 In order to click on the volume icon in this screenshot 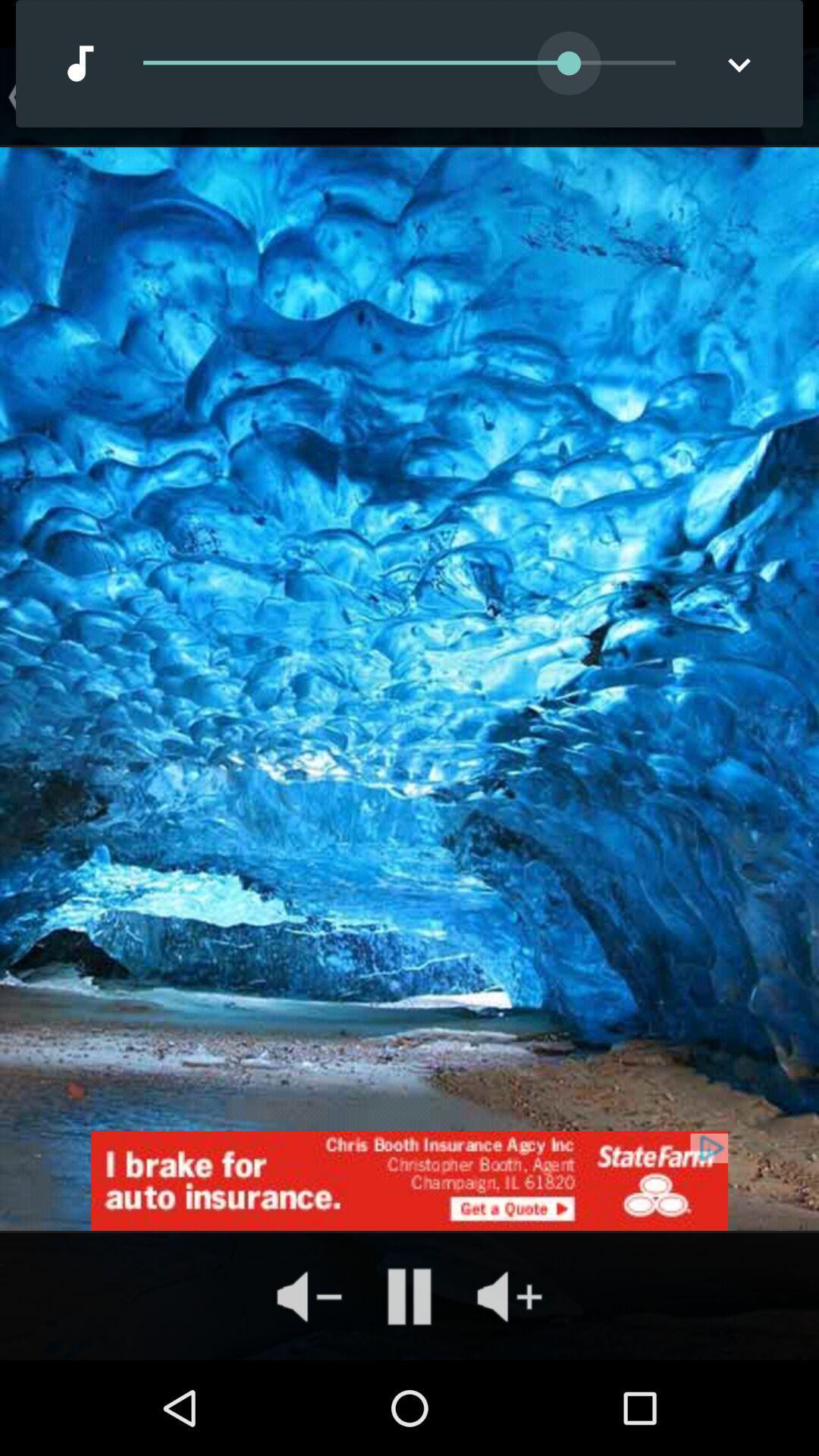, I will do `click(509, 1295)`.